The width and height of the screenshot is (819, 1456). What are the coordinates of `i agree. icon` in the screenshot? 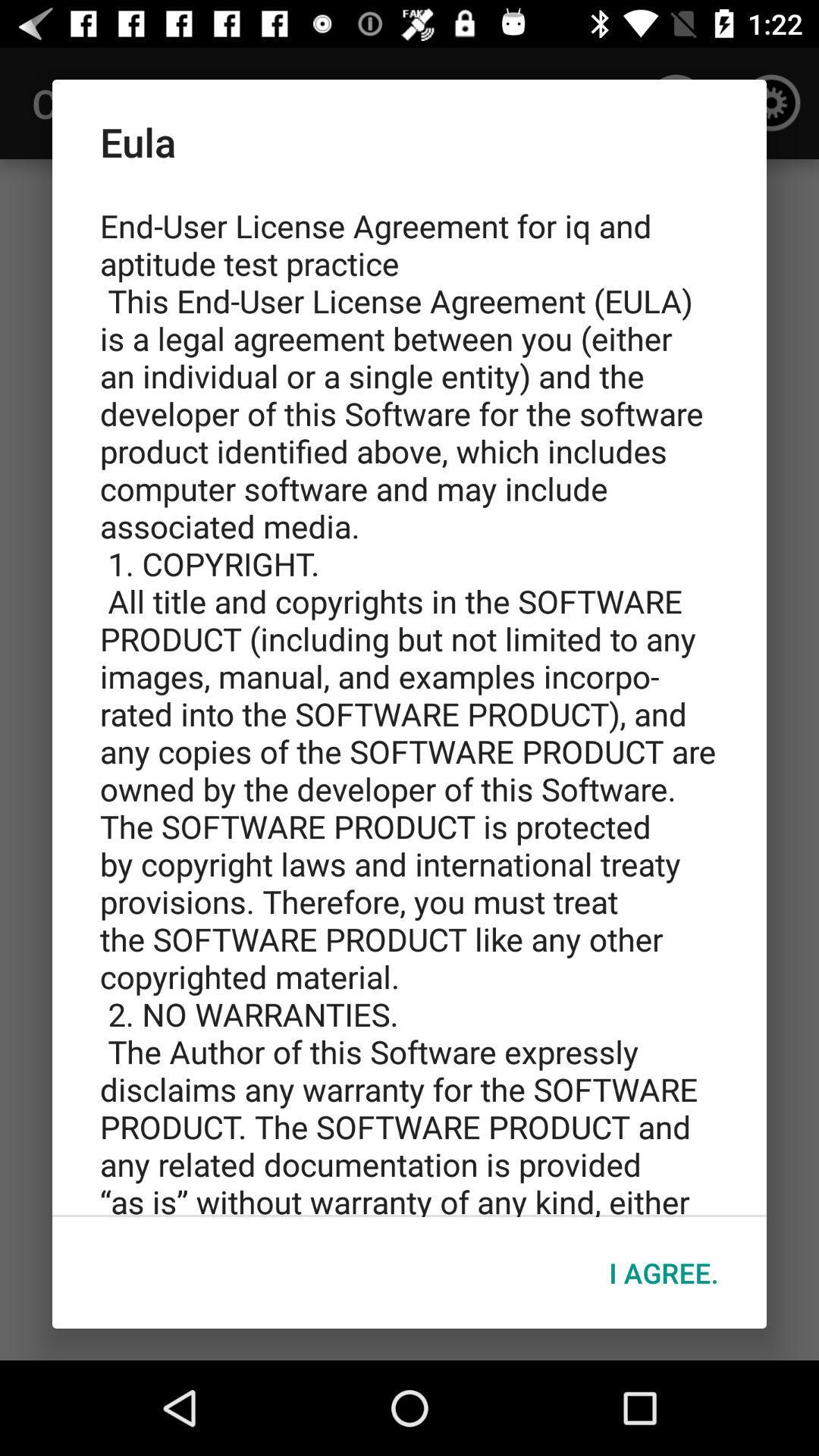 It's located at (663, 1272).